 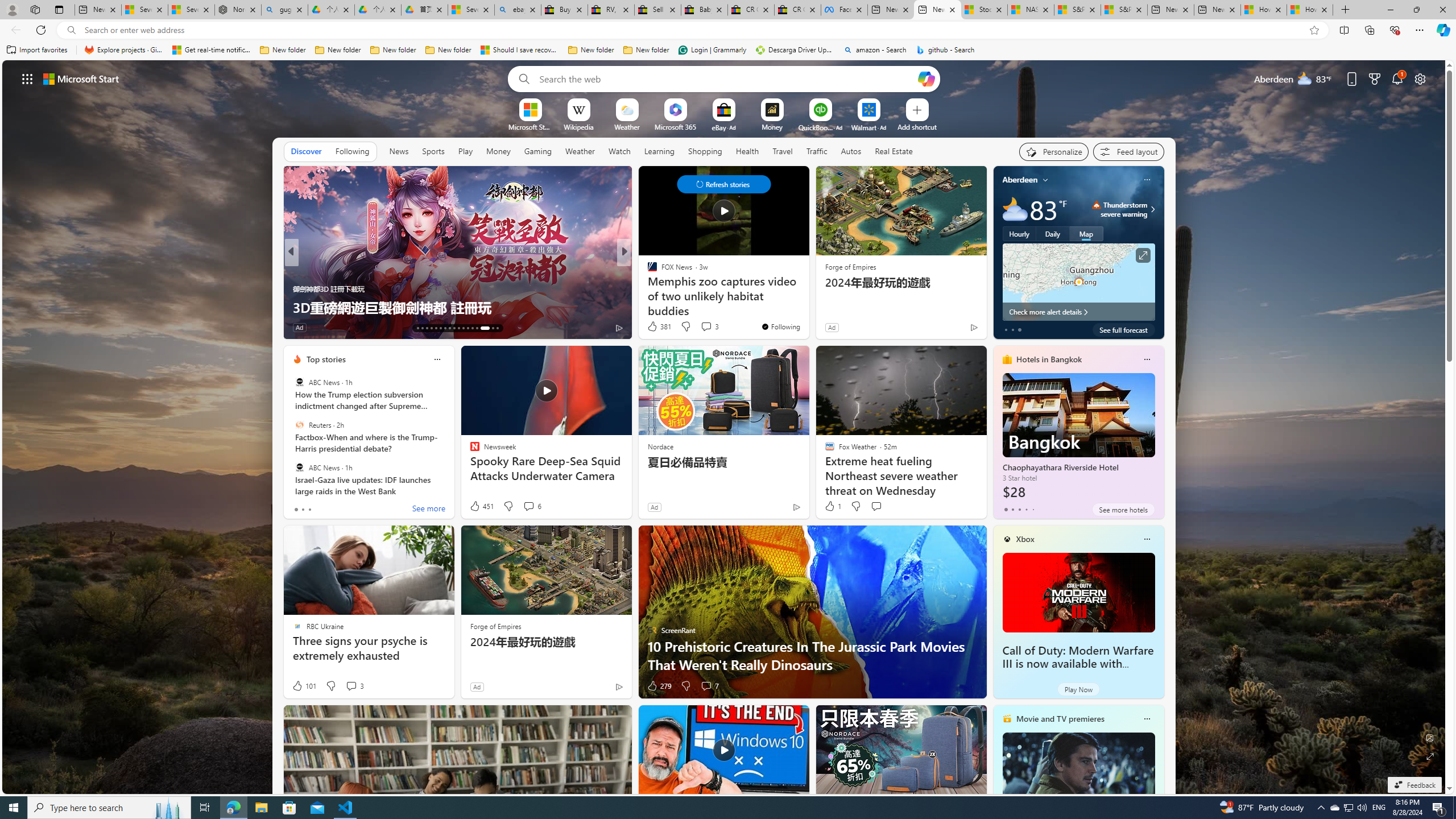 What do you see at coordinates (1078, 311) in the screenshot?
I see `'Check more alert details'` at bounding box center [1078, 311].